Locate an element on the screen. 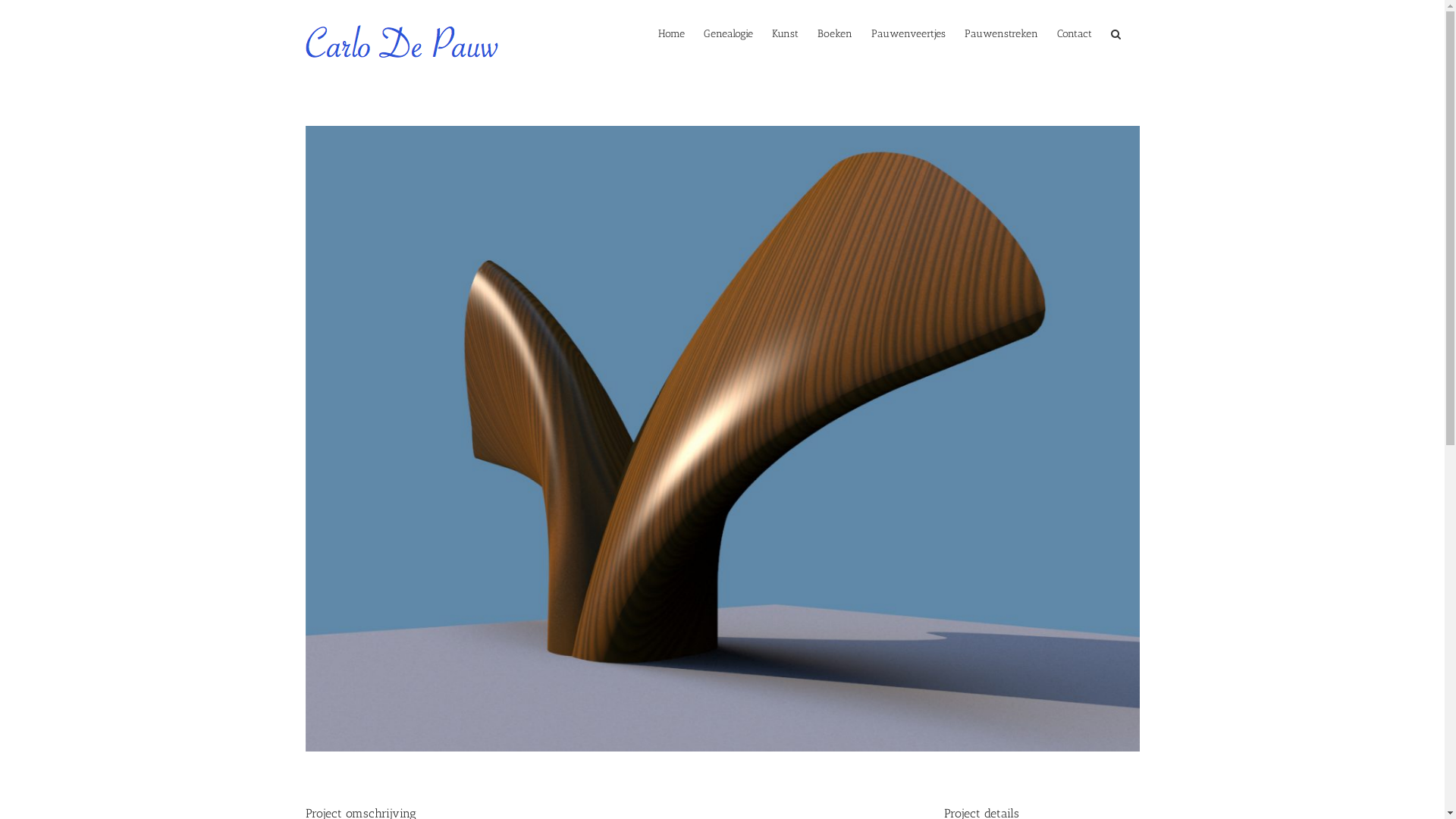 This screenshot has width=1456, height=819. 'Pauwenstreken' is located at coordinates (1001, 32).